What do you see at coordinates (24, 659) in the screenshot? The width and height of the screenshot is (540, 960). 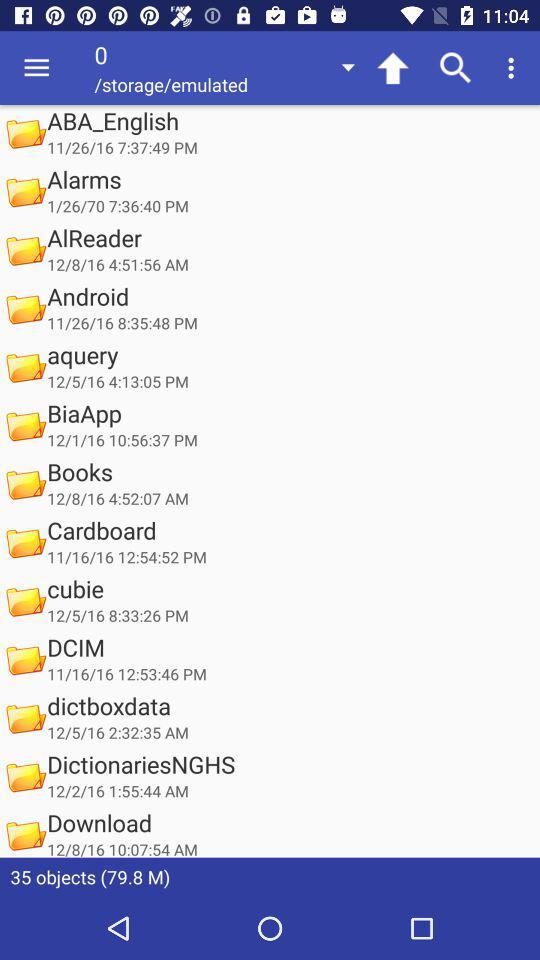 I see `the icon left to the dcim` at bounding box center [24, 659].